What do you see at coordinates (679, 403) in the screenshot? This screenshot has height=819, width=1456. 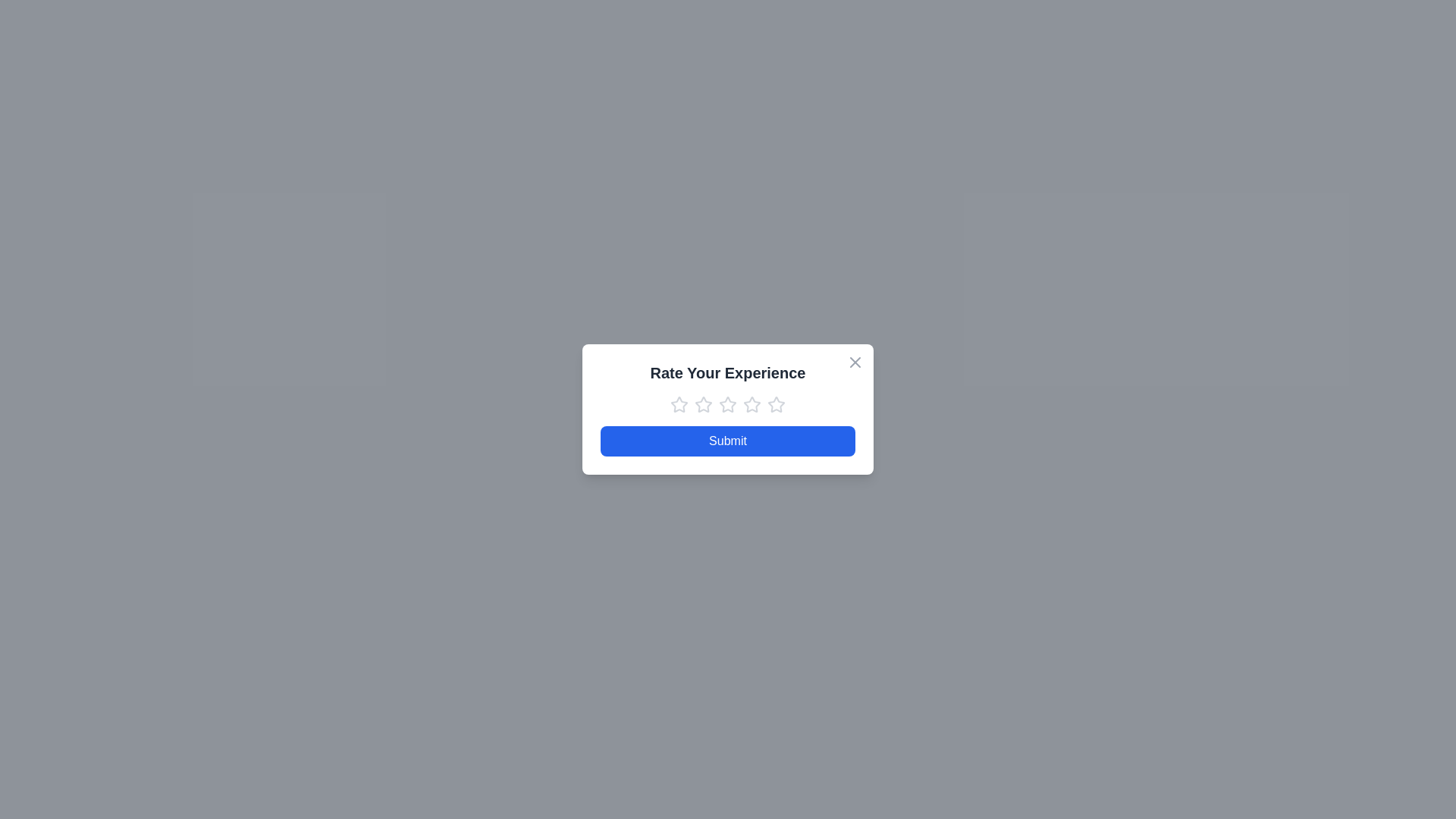 I see `the star corresponding to 1 to preview the rating` at bounding box center [679, 403].